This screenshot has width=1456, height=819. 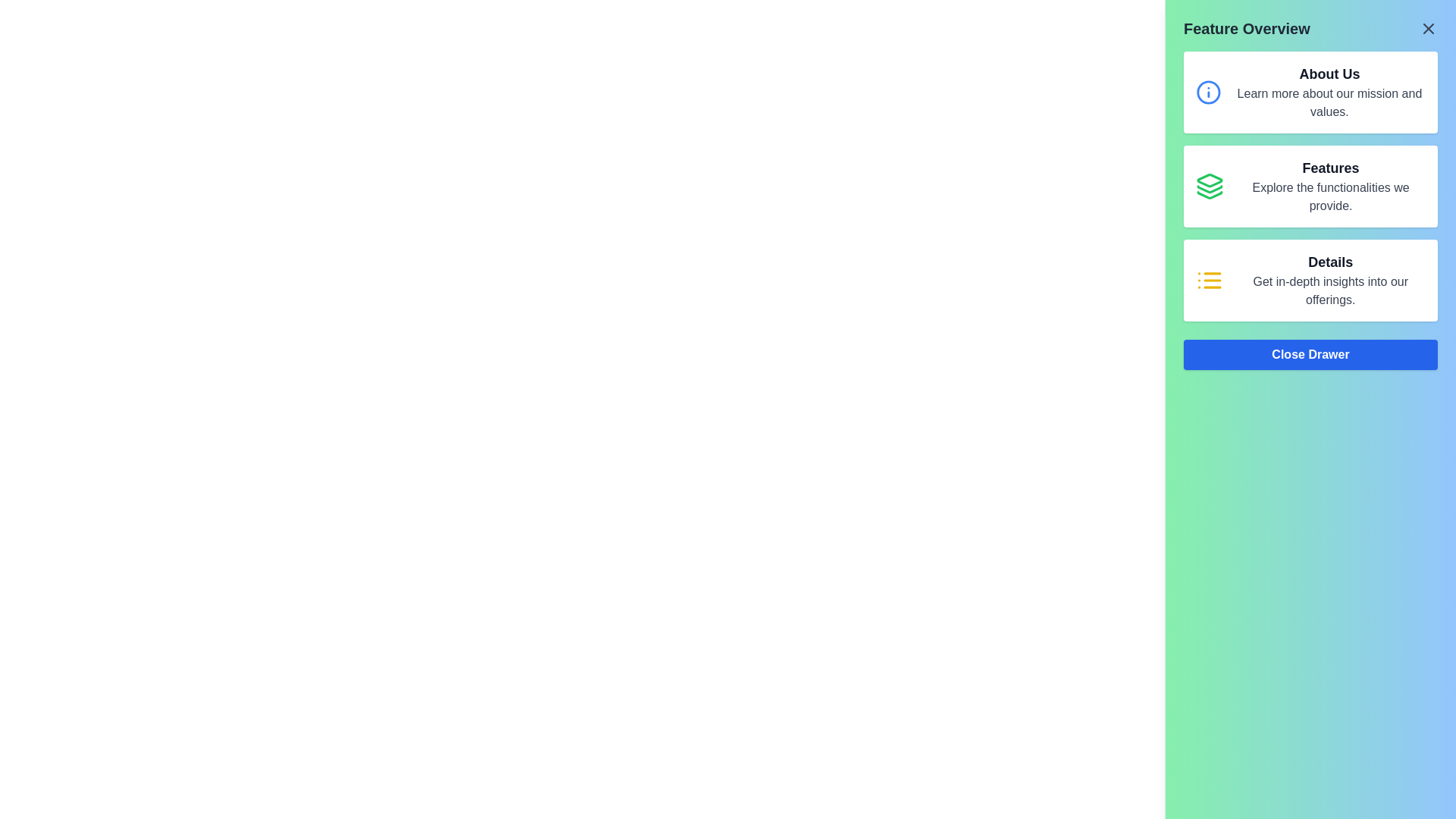 I want to click on the text label 'Feature Overview' styled with bold typography and a larger font size, located at the top-left corner of the right-hand-side sliding panel with a gradient green to blue background, so click(x=1247, y=29).